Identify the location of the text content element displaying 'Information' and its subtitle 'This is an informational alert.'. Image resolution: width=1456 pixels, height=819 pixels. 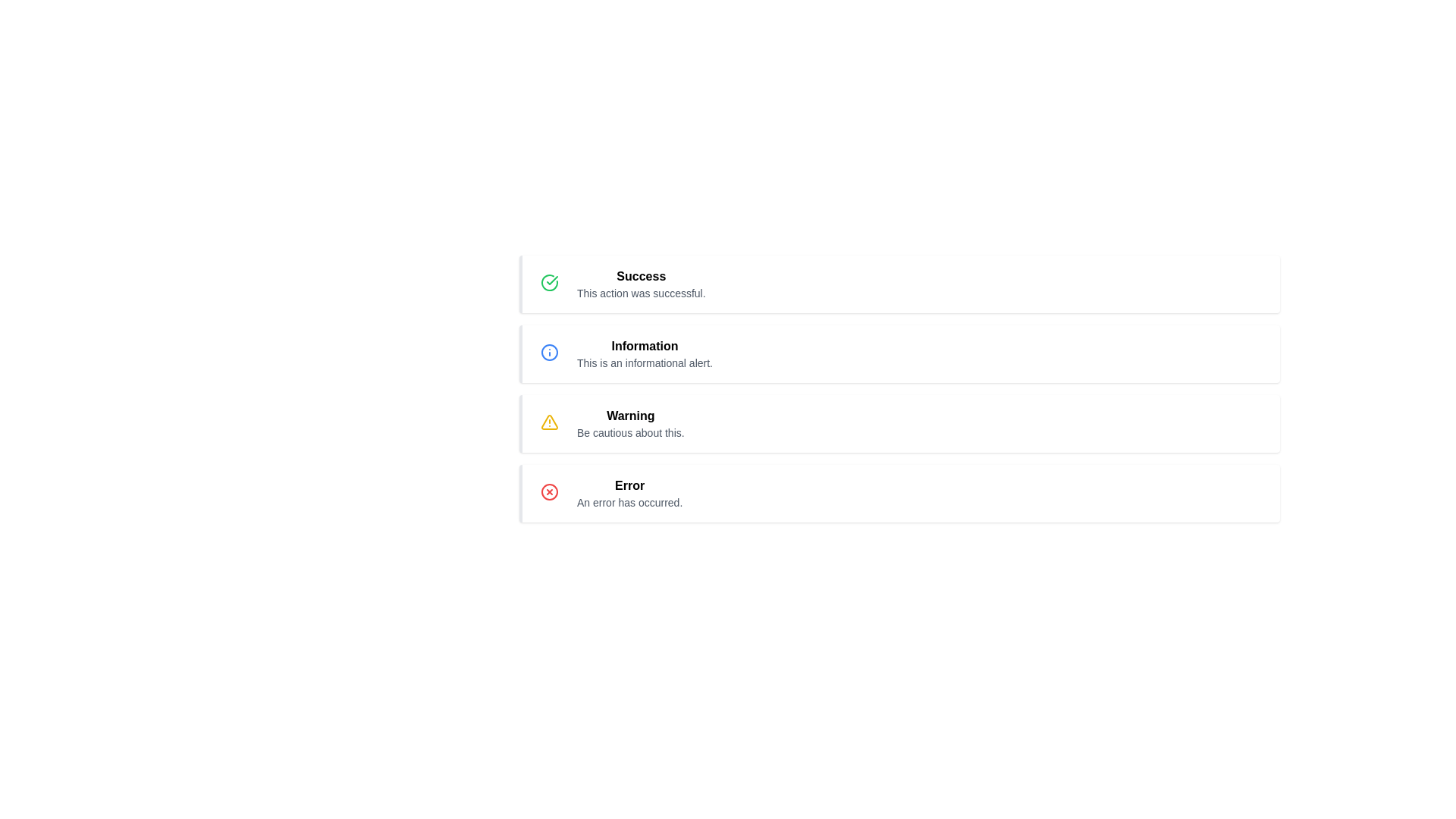
(645, 353).